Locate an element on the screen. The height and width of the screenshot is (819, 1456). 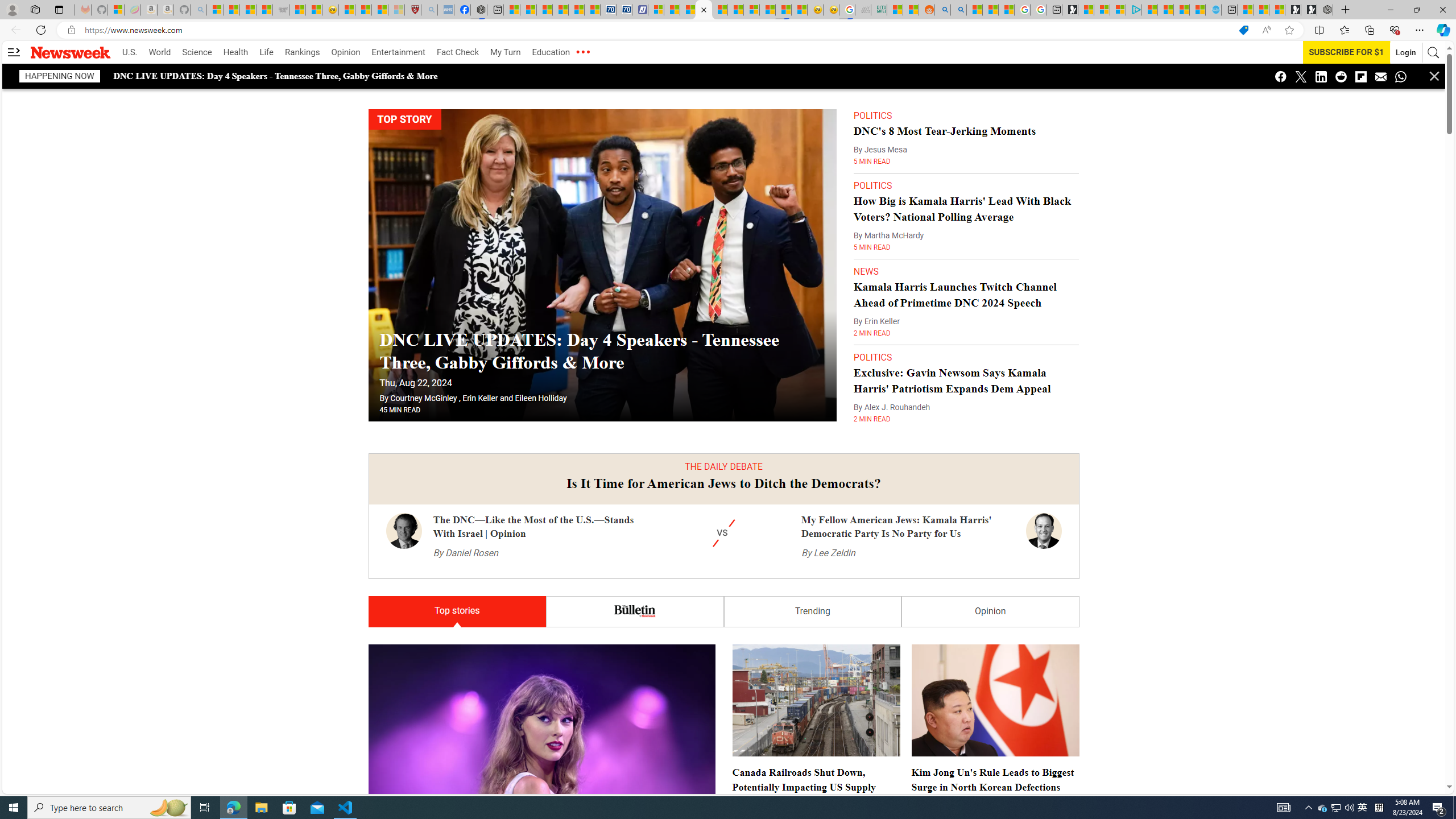
'Class: icon icon-email' is located at coordinates (1380, 76).